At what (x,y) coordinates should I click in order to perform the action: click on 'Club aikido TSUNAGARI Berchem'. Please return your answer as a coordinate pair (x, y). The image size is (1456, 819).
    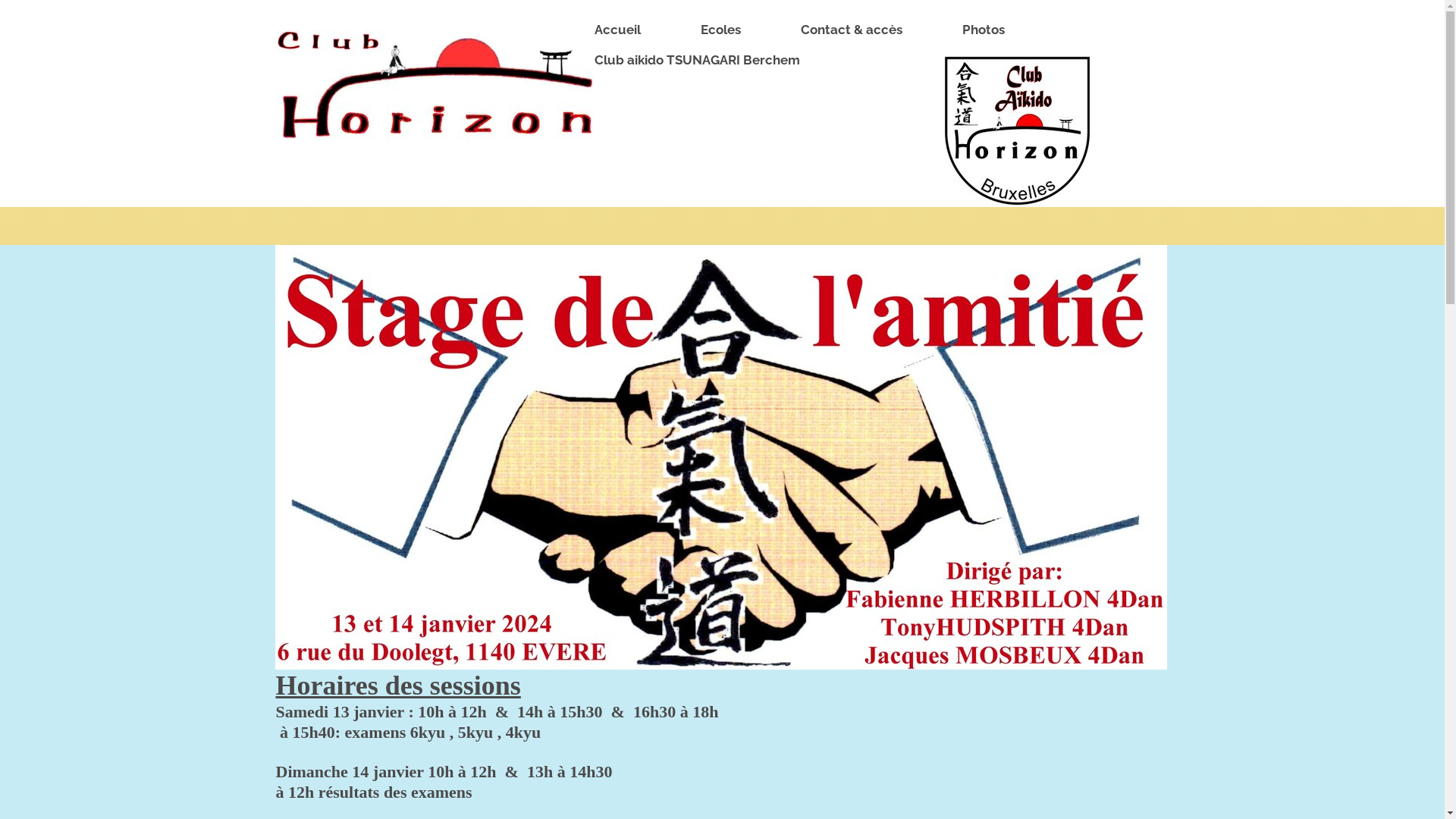
    Looking at the image, I should click on (704, 60).